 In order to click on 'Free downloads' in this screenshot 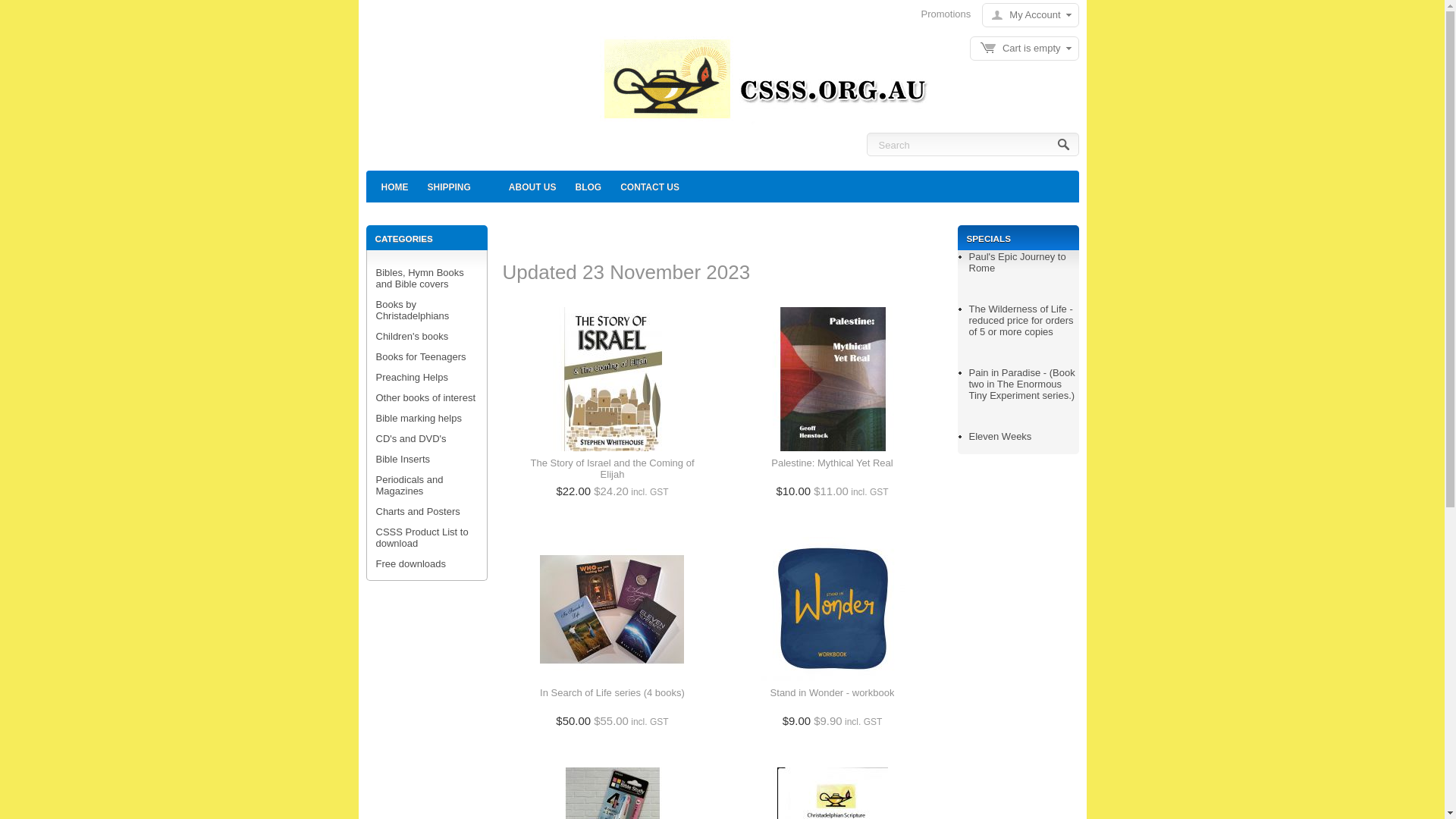, I will do `click(411, 563)`.